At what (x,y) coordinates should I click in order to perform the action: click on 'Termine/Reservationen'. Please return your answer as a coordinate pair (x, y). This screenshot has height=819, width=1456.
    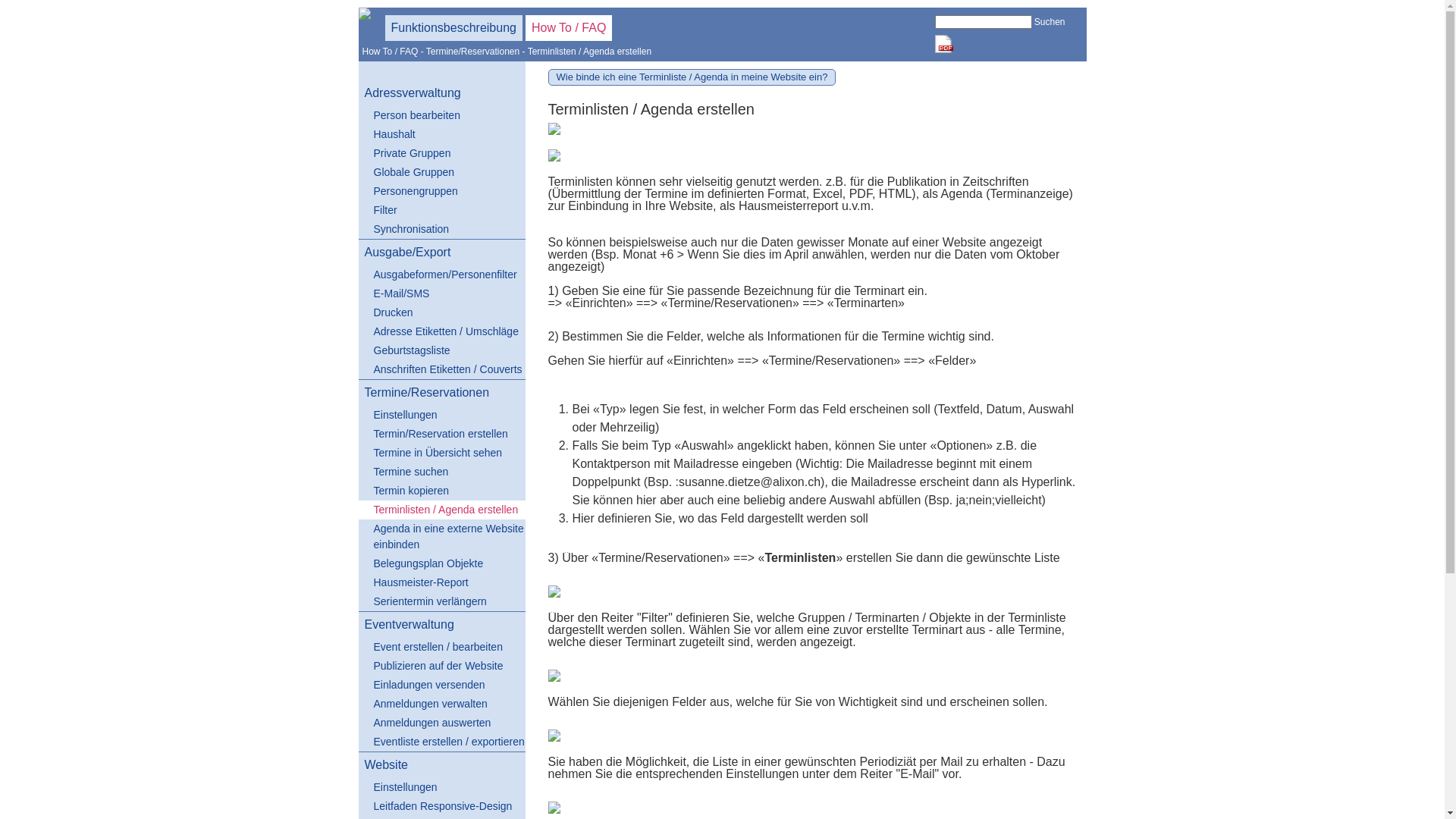
    Looking at the image, I should click on (440, 391).